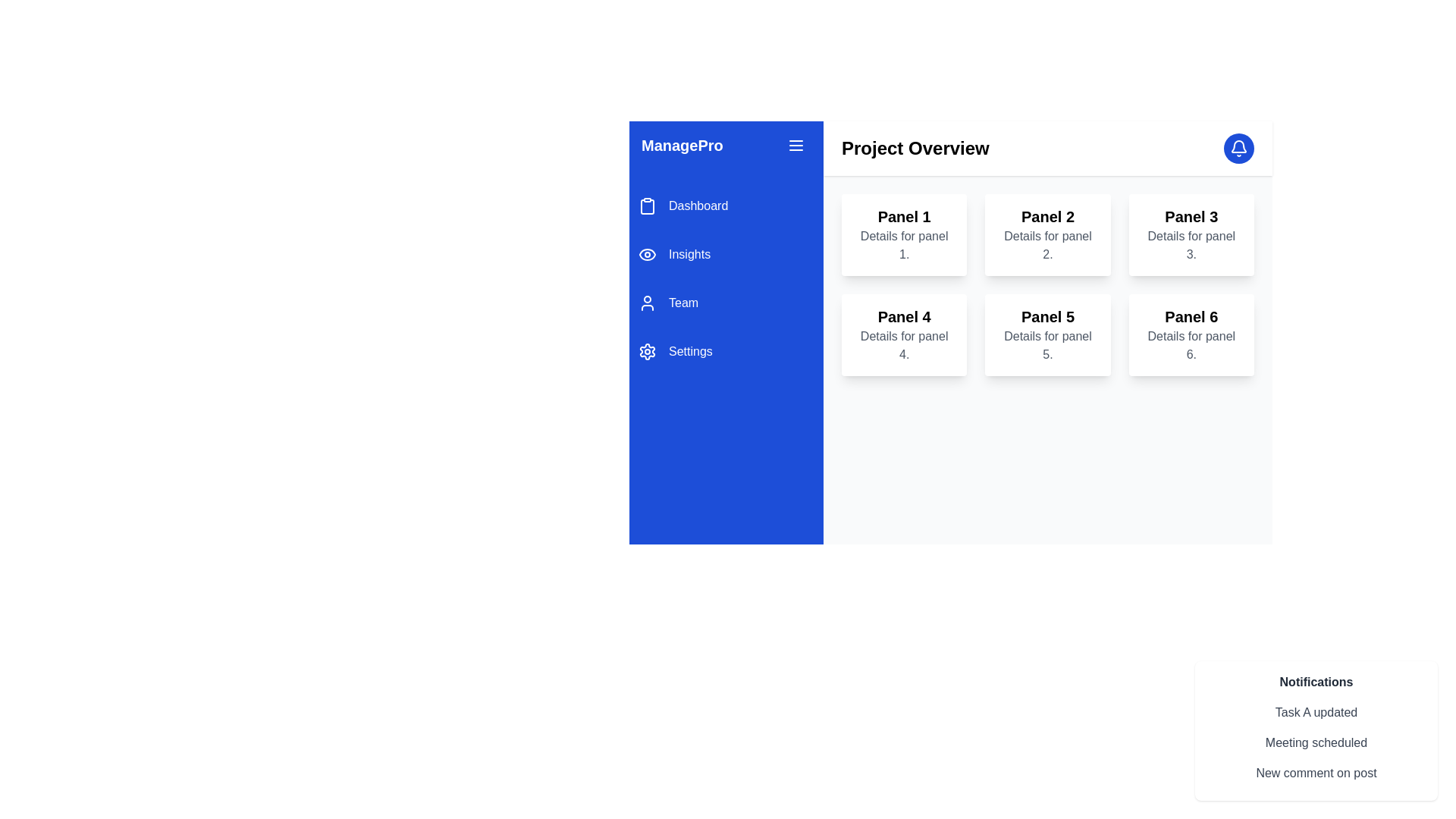 This screenshot has width=1456, height=819. Describe the element at coordinates (915, 149) in the screenshot. I see `header text 'Project Overview' located at the top left of the interface, styled in a large, bold font` at that location.